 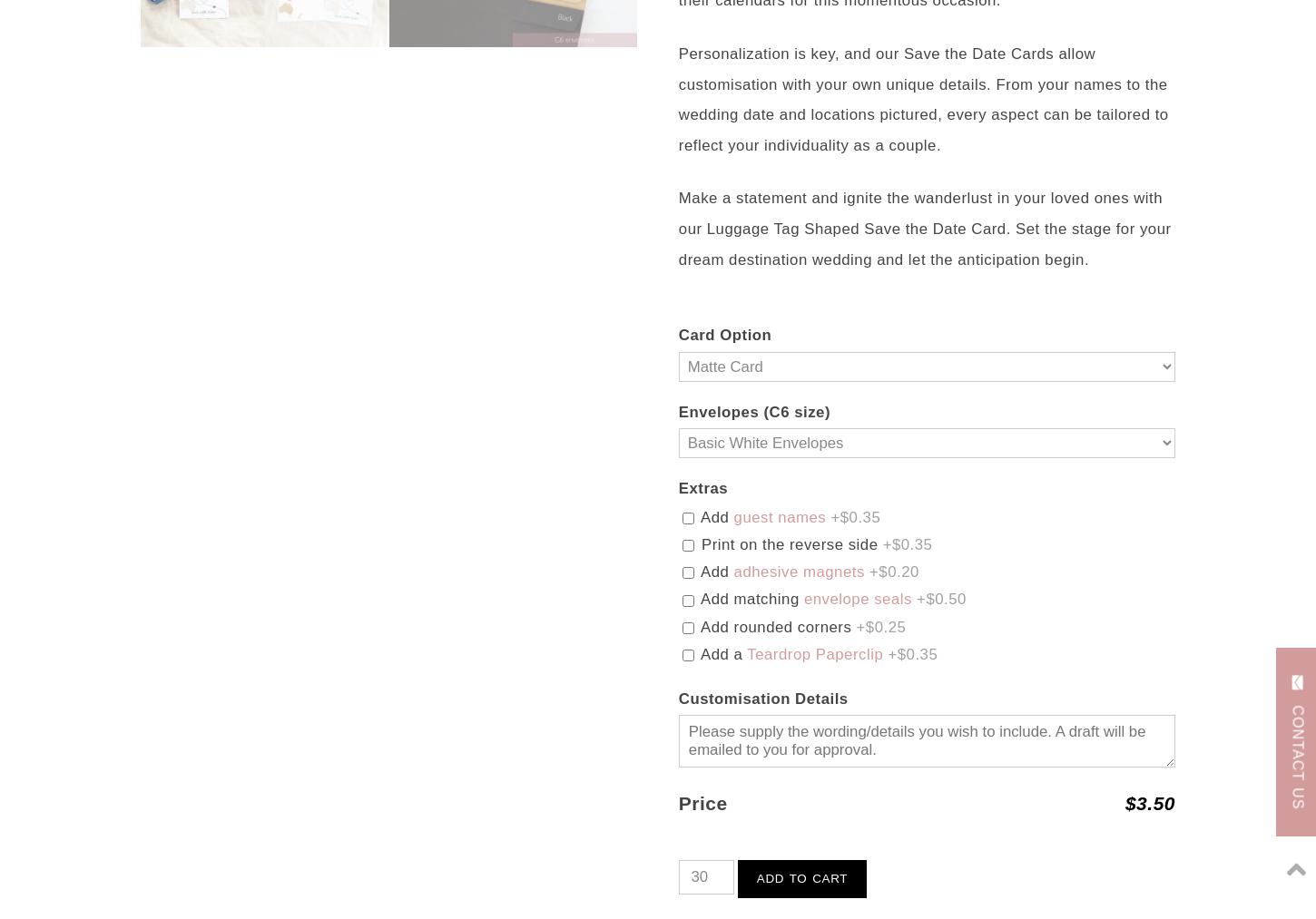 What do you see at coordinates (1155, 801) in the screenshot?
I see `'3.50'` at bounding box center [1155, 801].